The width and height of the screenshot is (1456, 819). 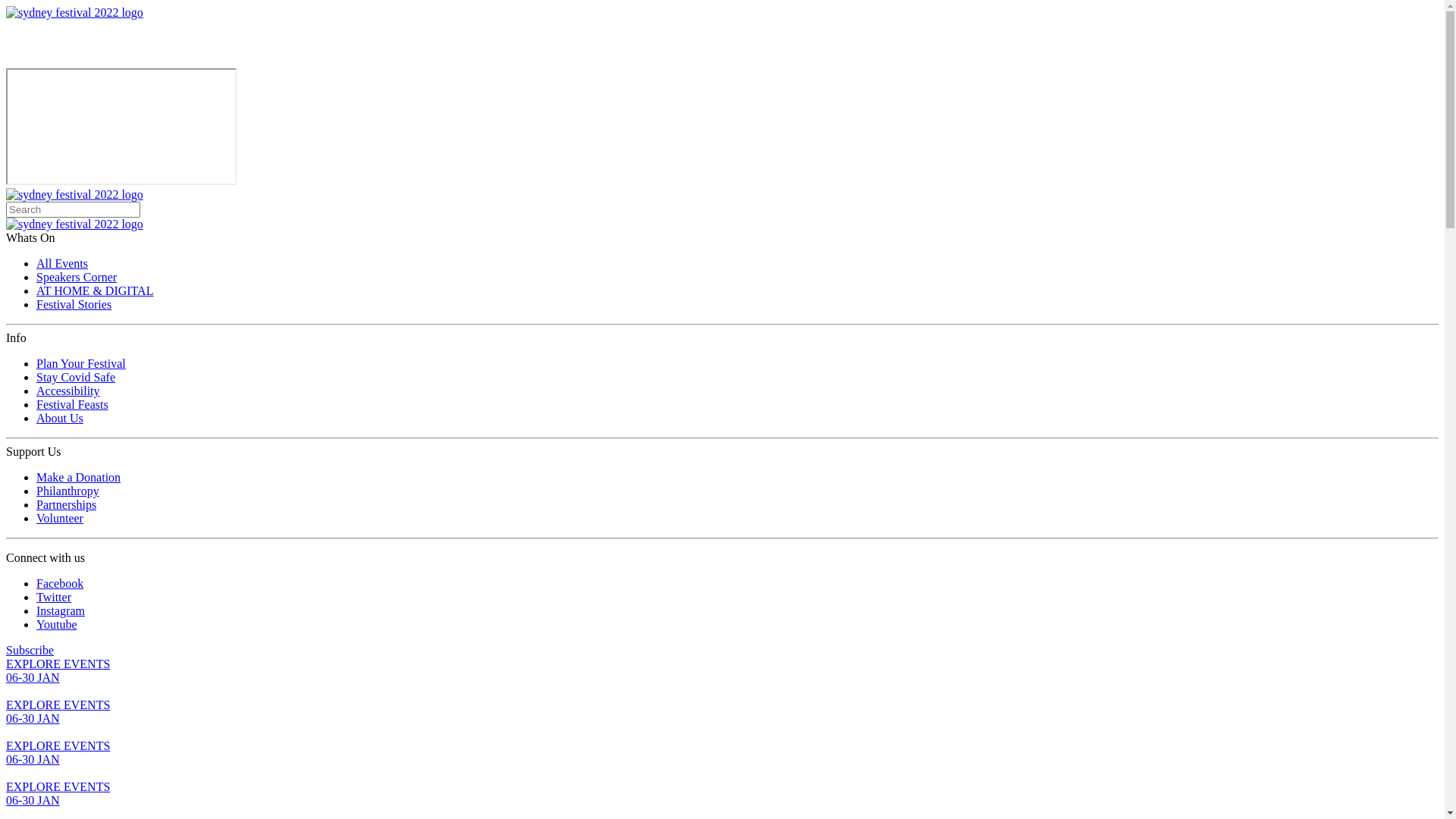 What do you see at coordinates (57, 624) in the screenshot?
I see `'Youtube'` at bounding box center [57, 624].